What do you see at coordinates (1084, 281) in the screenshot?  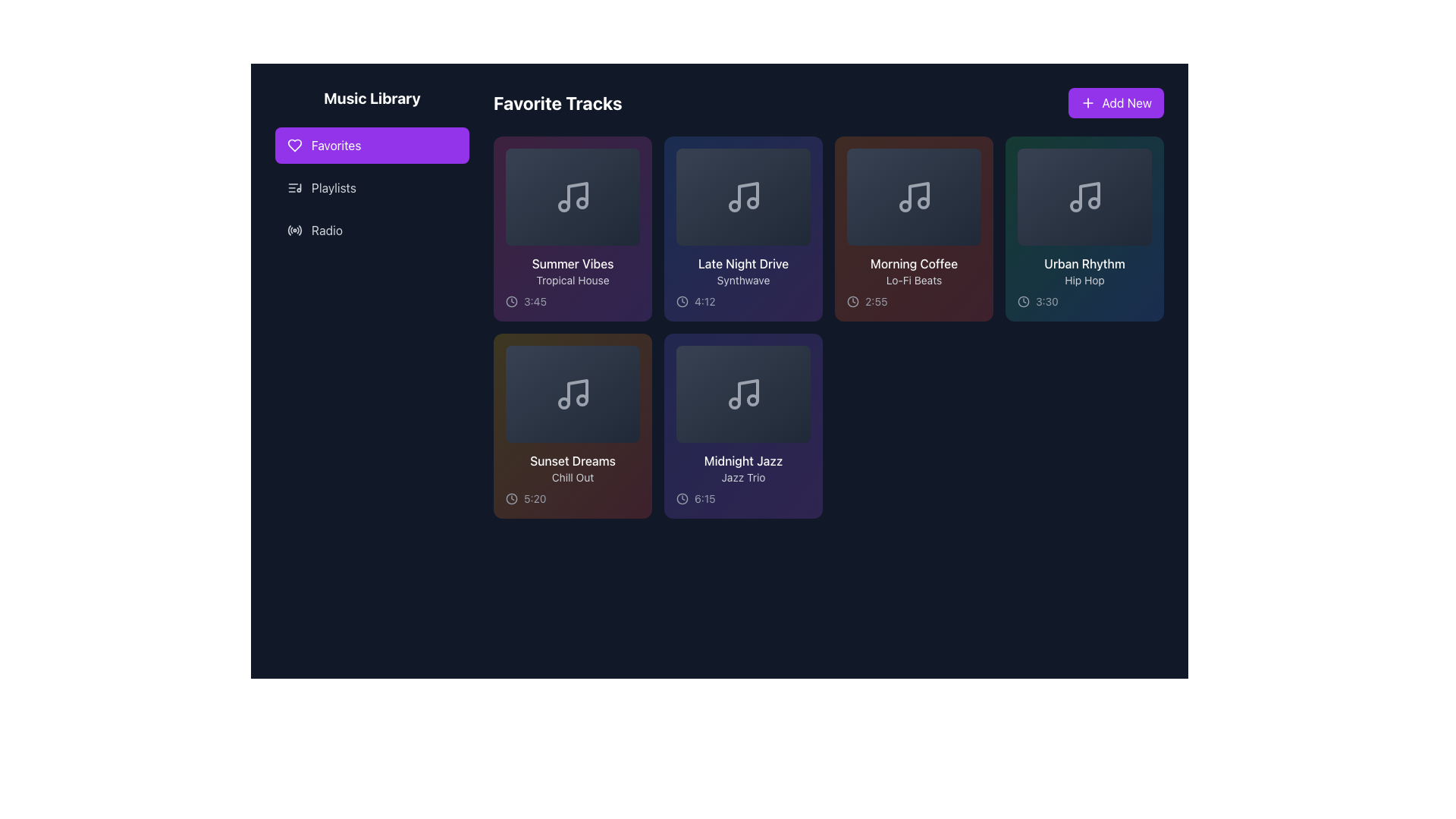 I see `the static text label that indicates the genre of the associated music item, located under 'Urban Rhythm' in the 'Favorite Tracks' section` at bounding box center [1084, 281].